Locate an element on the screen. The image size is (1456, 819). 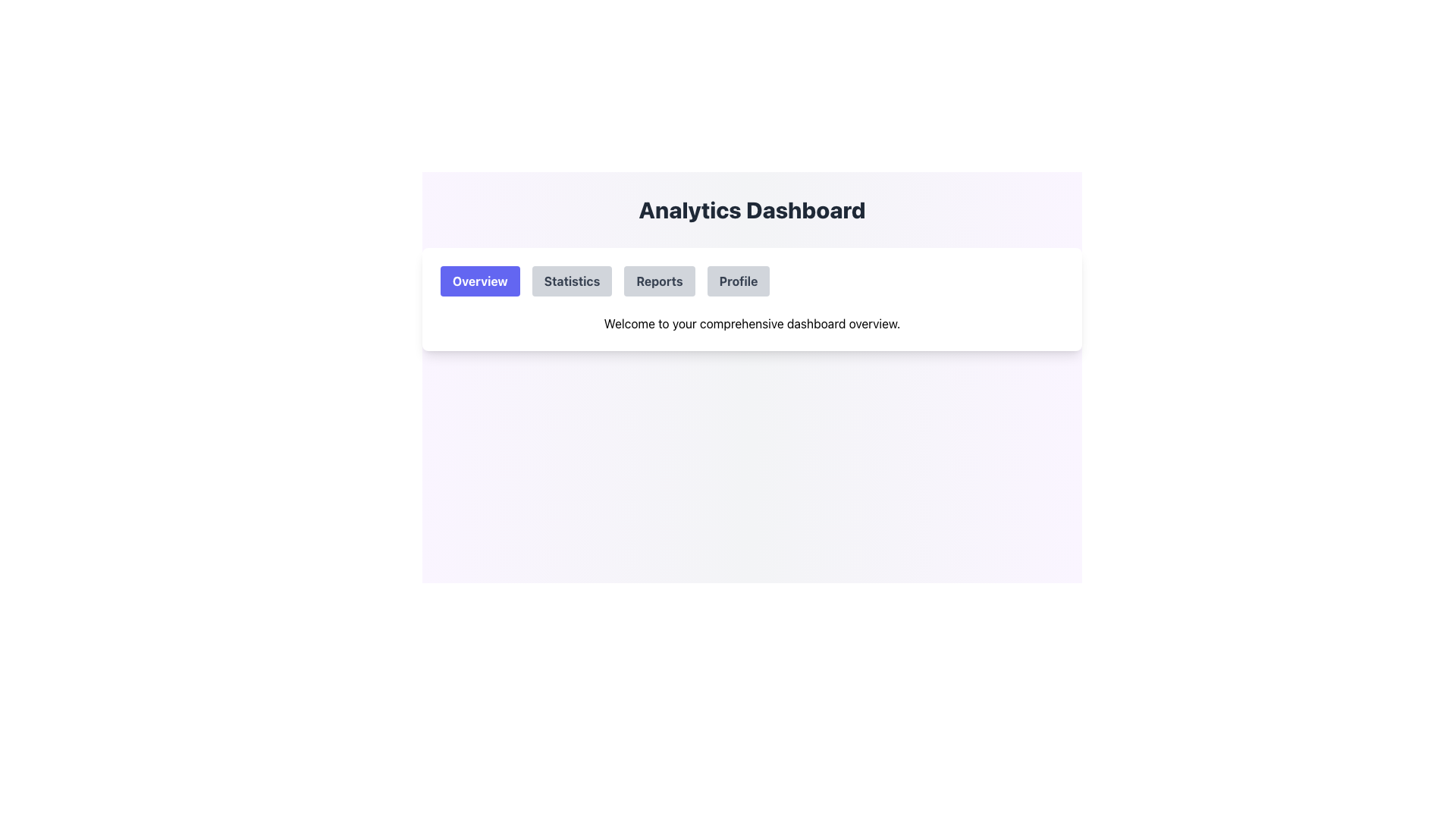
the 'Reports' button, which is a rectangular button with a light gray background and dark gray text is located at coordinates (659, 281).